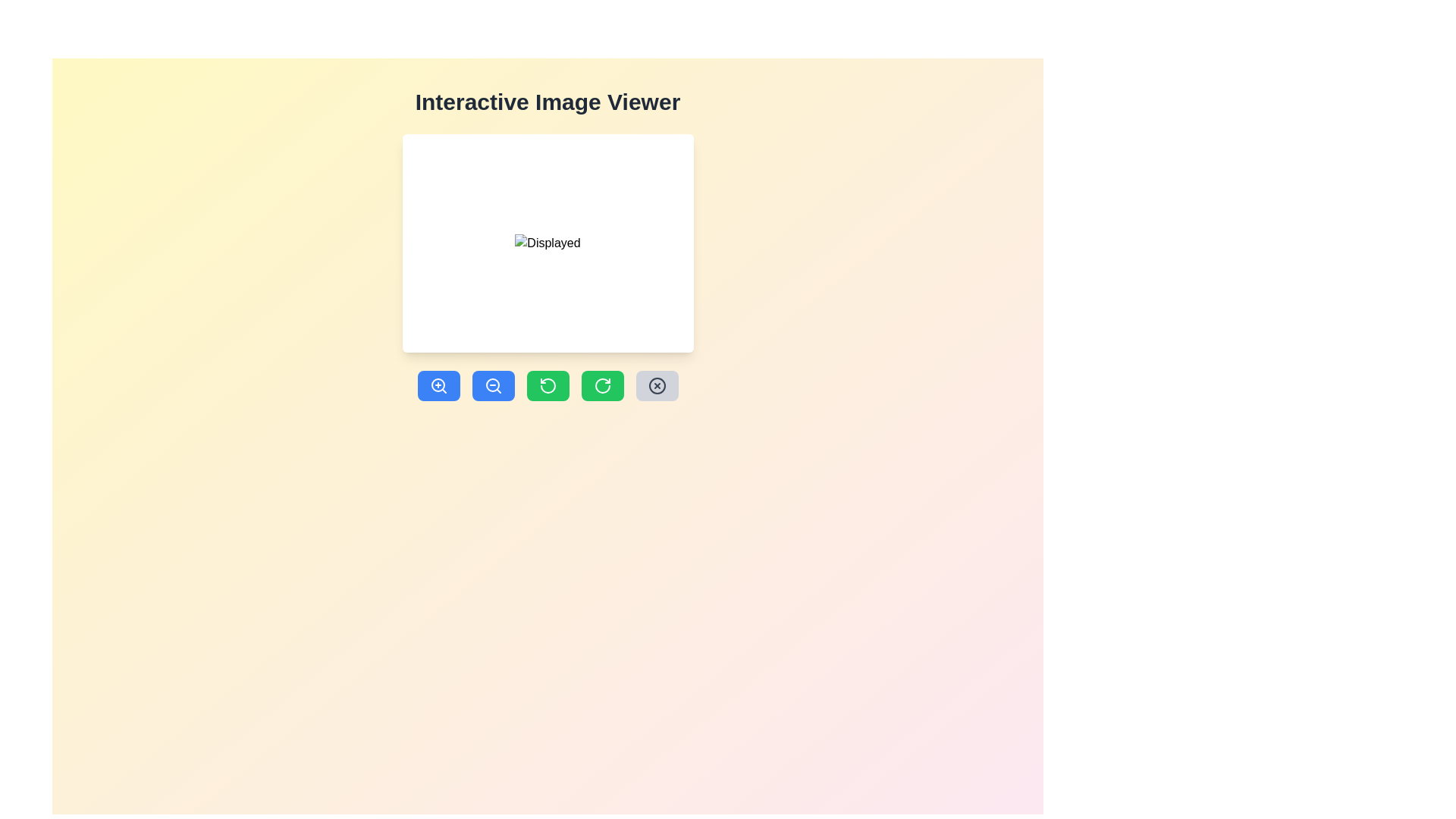 The image size is (1456, 819). I want to click on the fourth green icon button in the navigation controls located below the content display area, so click(547, 385).